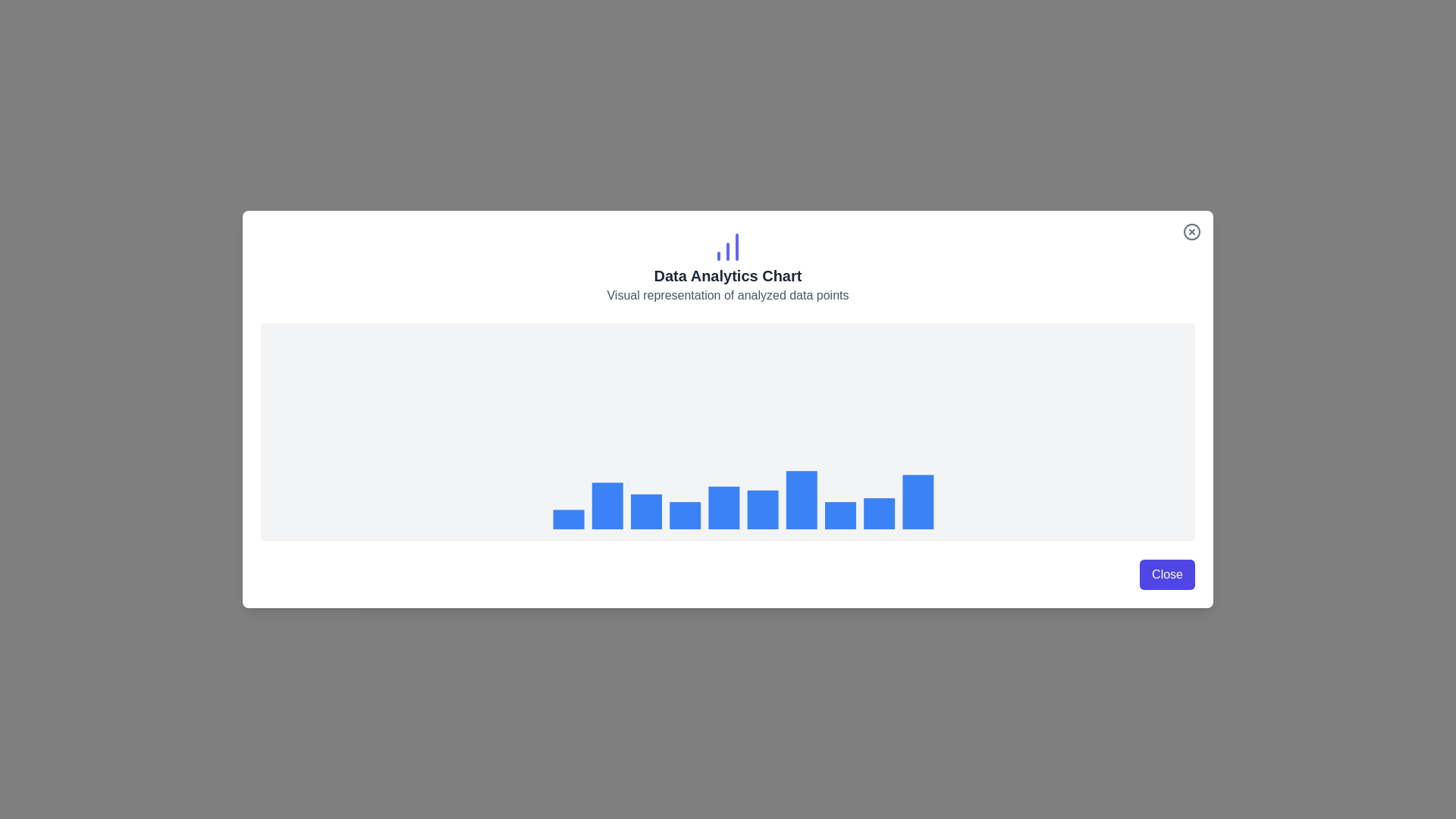 The width and height of the screenshot is (1456, 819). Describe the element at coordinates (1166, 575) in the screenshot. I see `the close button to dismiss the dialog` at that location.